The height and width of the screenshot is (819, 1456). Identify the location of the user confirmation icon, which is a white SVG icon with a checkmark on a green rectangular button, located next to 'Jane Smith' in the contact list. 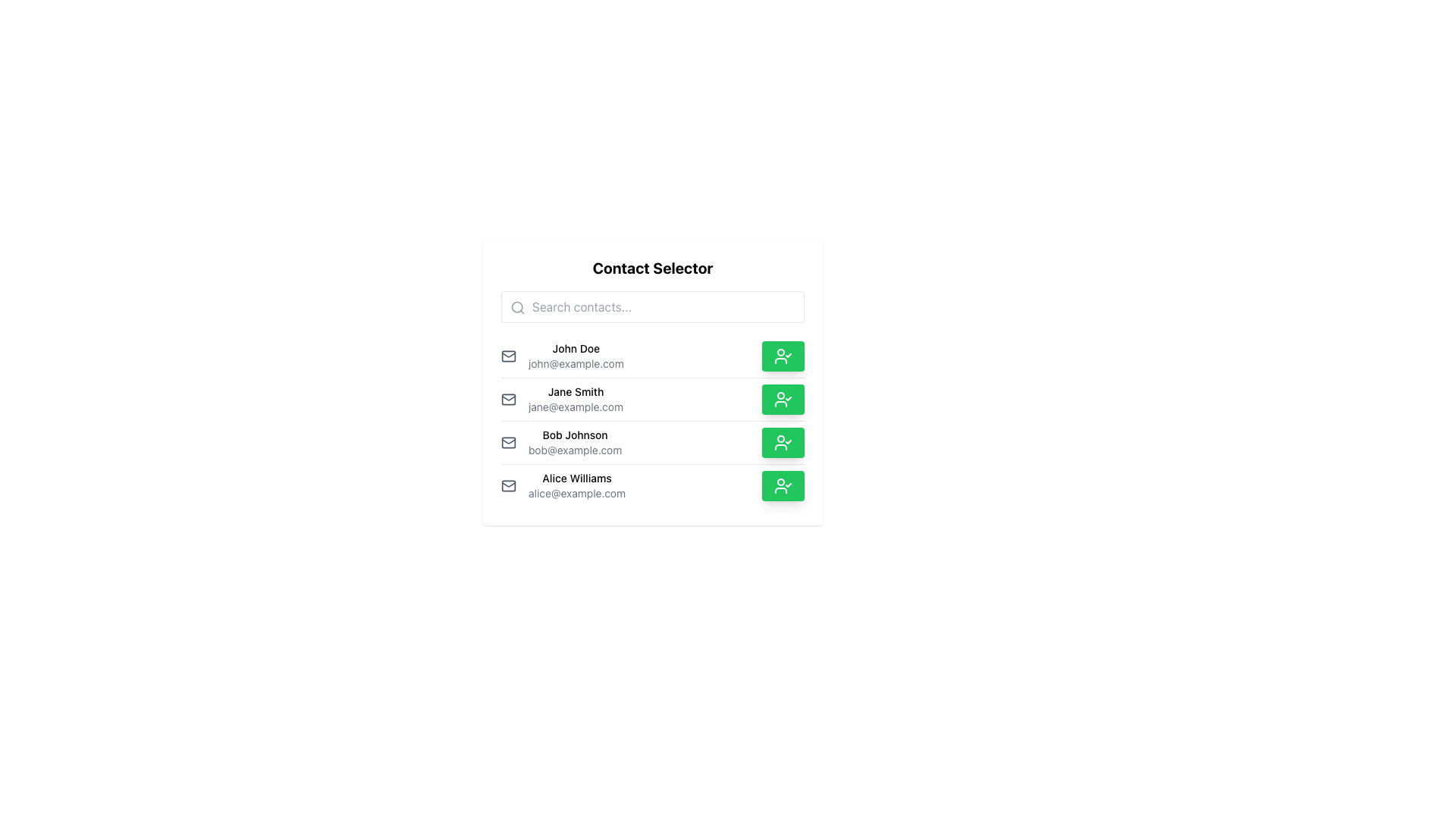
(783, 399).